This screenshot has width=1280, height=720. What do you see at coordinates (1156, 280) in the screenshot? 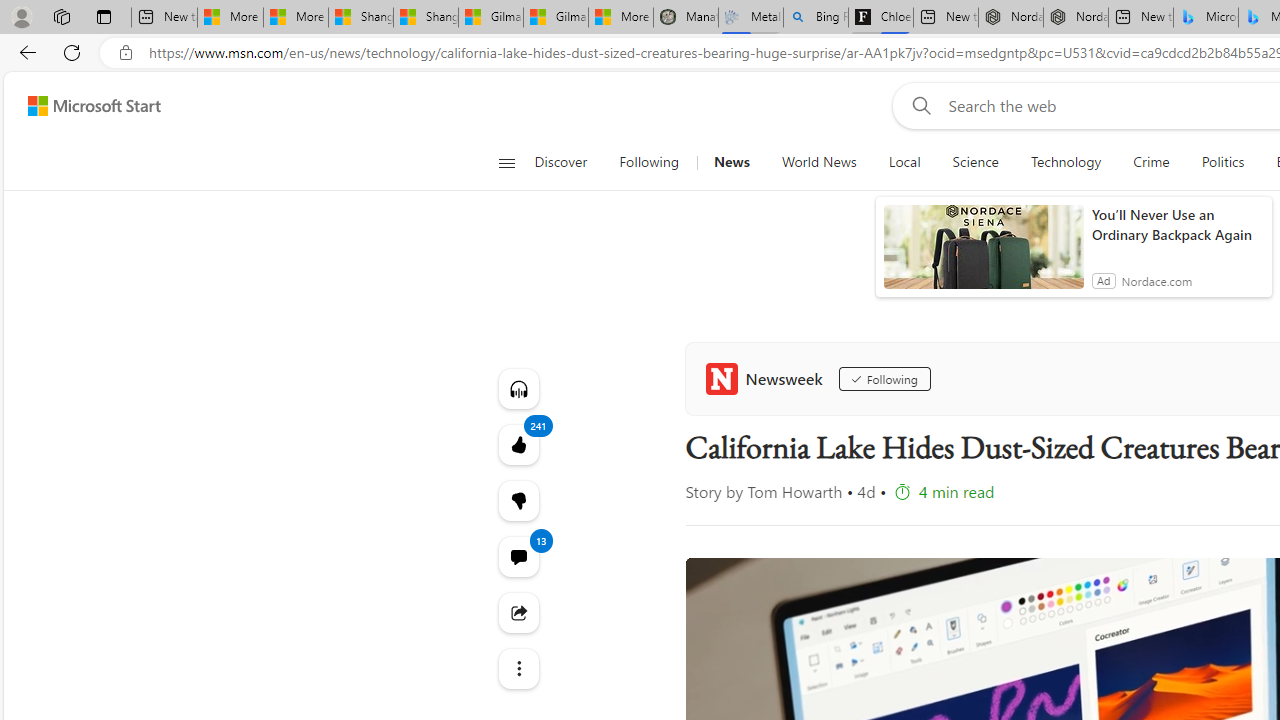
I see `'Nordace.com'` at bounding box center [1156, 280].